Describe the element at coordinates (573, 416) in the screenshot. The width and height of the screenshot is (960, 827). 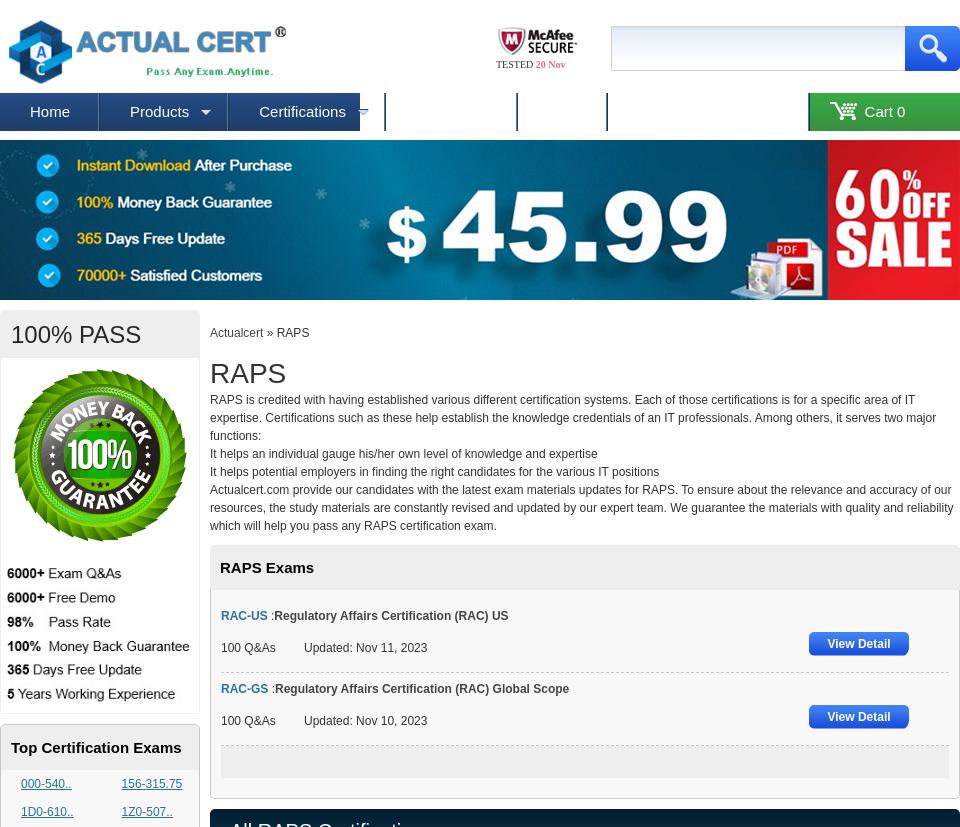
I see `'RAPS is credited with having established various different certification systems. Each of those certifications is for a specific area of IT expertise. Certifications such as these help establish the knowledge credentials of an IT professionals. Among others, it serves two major functions:'` at that location.